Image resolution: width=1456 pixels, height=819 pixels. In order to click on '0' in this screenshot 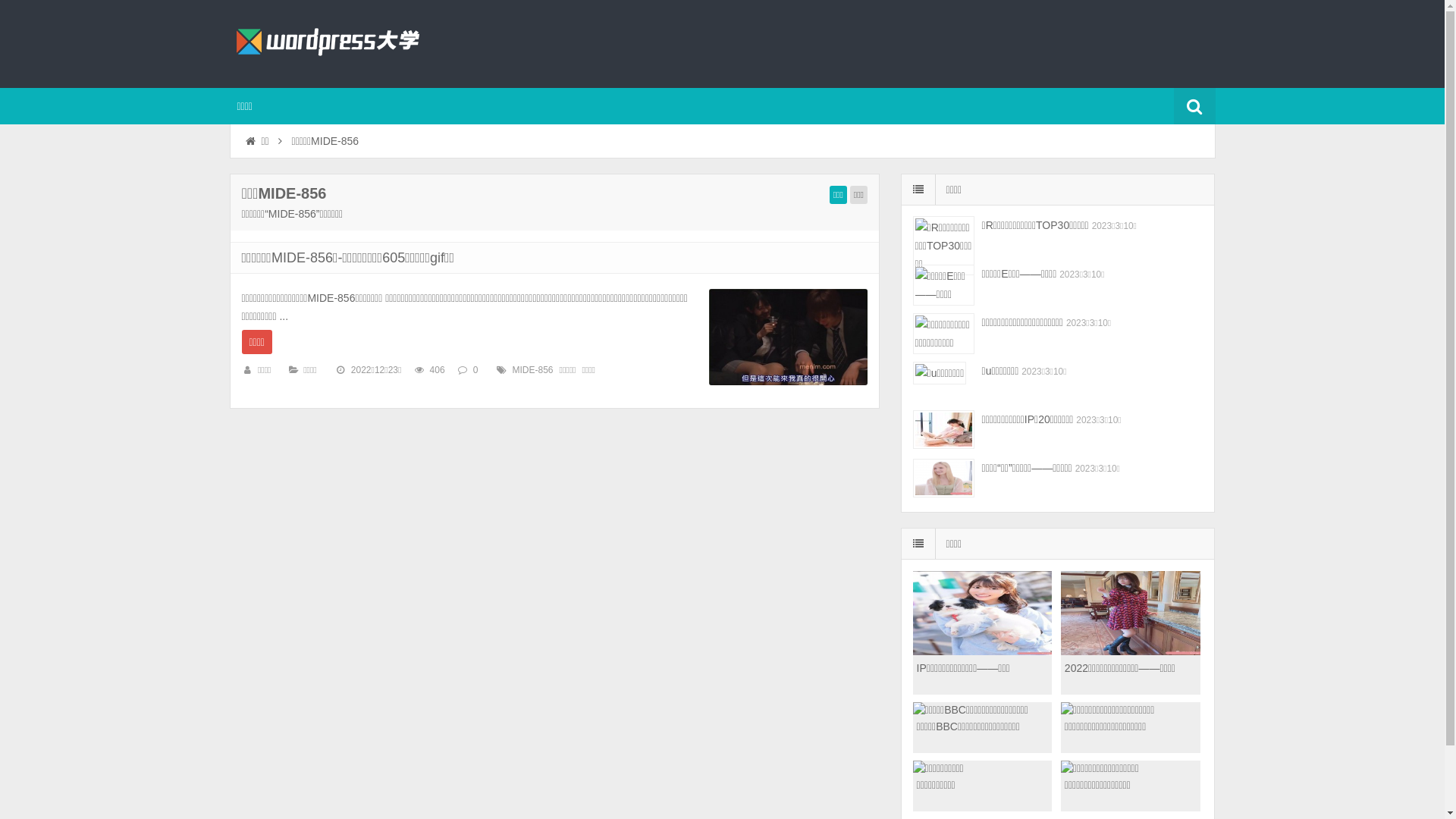, I will do `click(475, 370)`.